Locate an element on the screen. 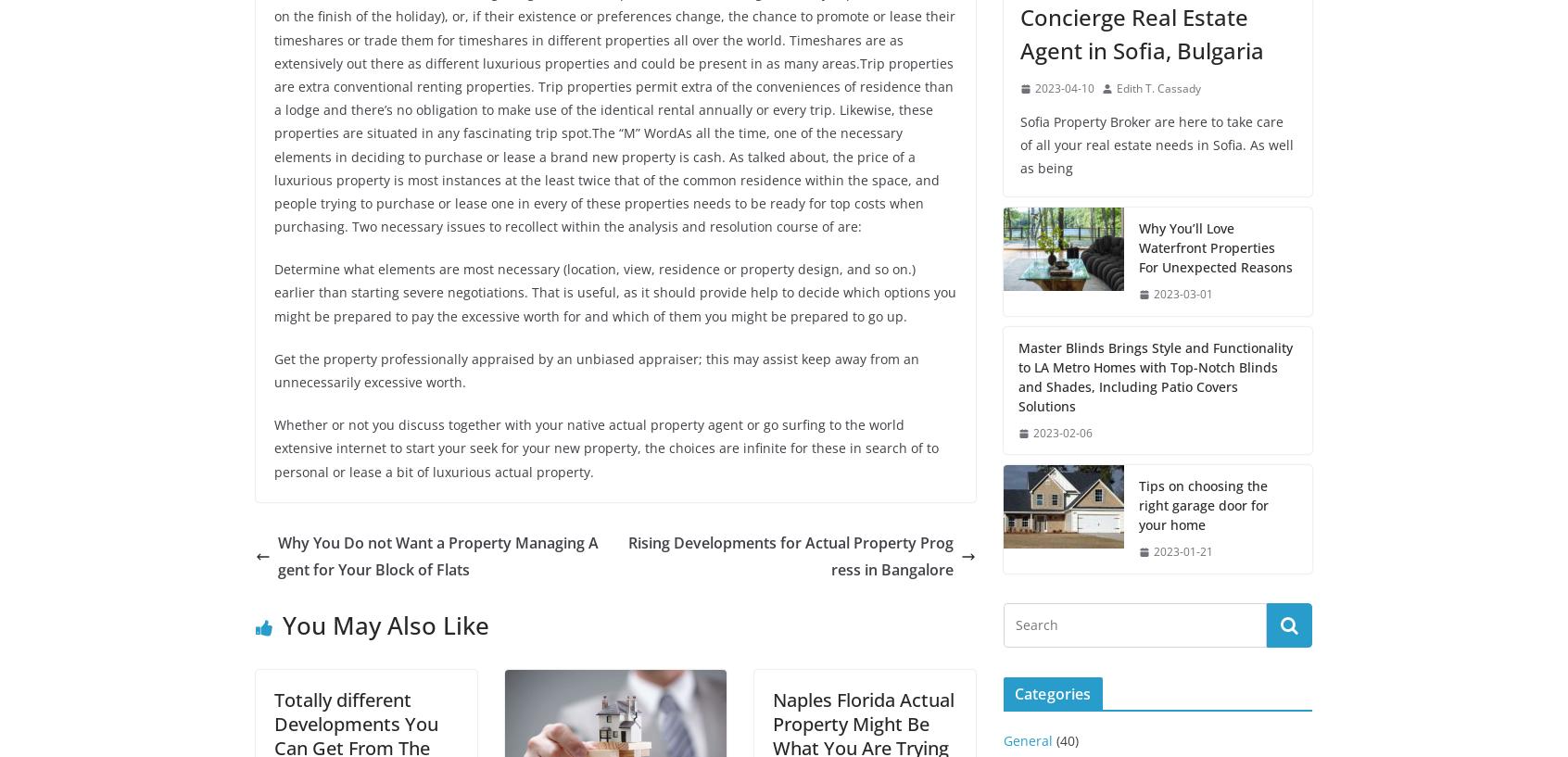  '2023-01-21' is located at coordinates (1153, 551).